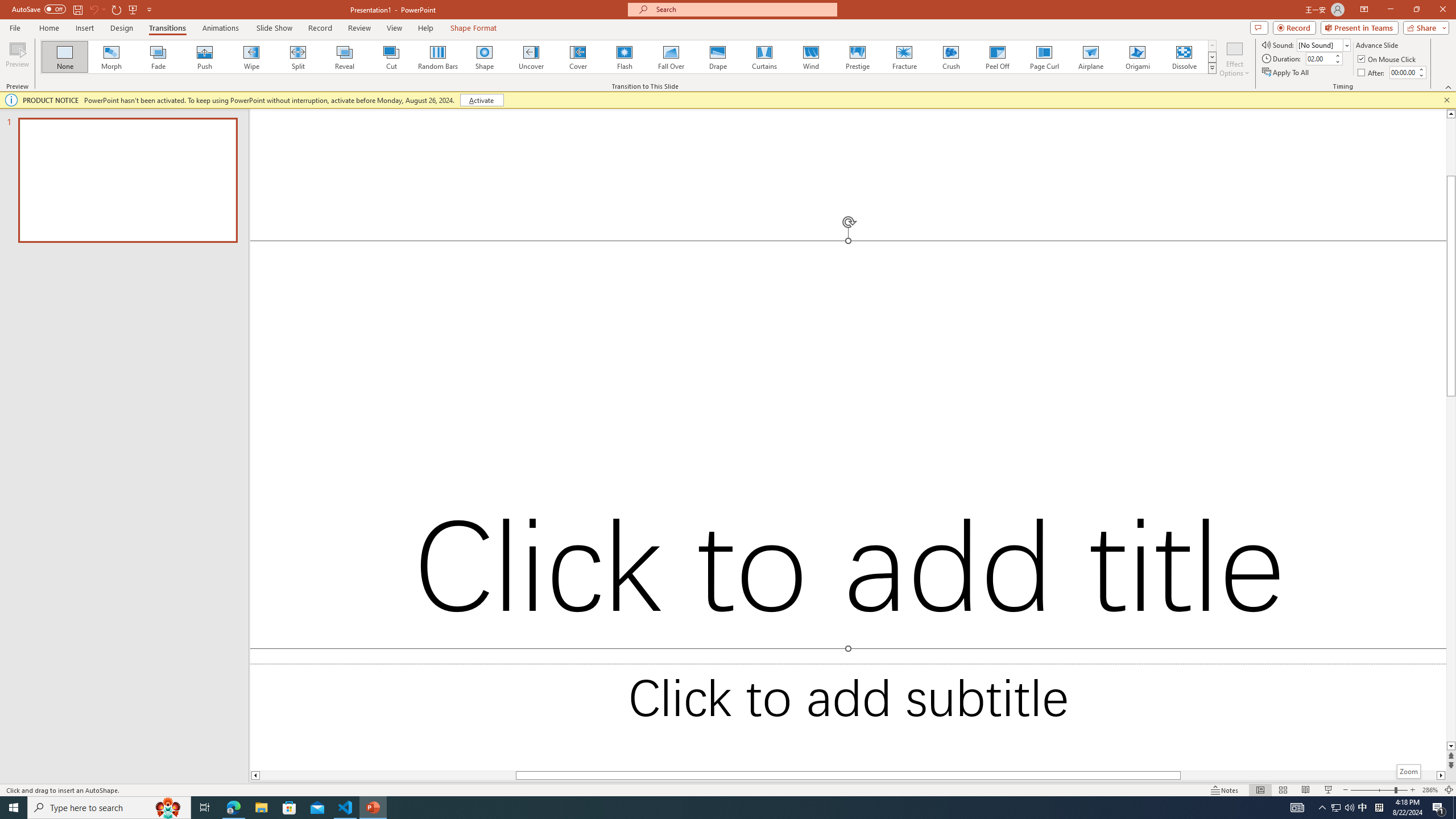  Describe the element at coordinates (482, 100) in the screenshot. I see `'Activate'` at that location.